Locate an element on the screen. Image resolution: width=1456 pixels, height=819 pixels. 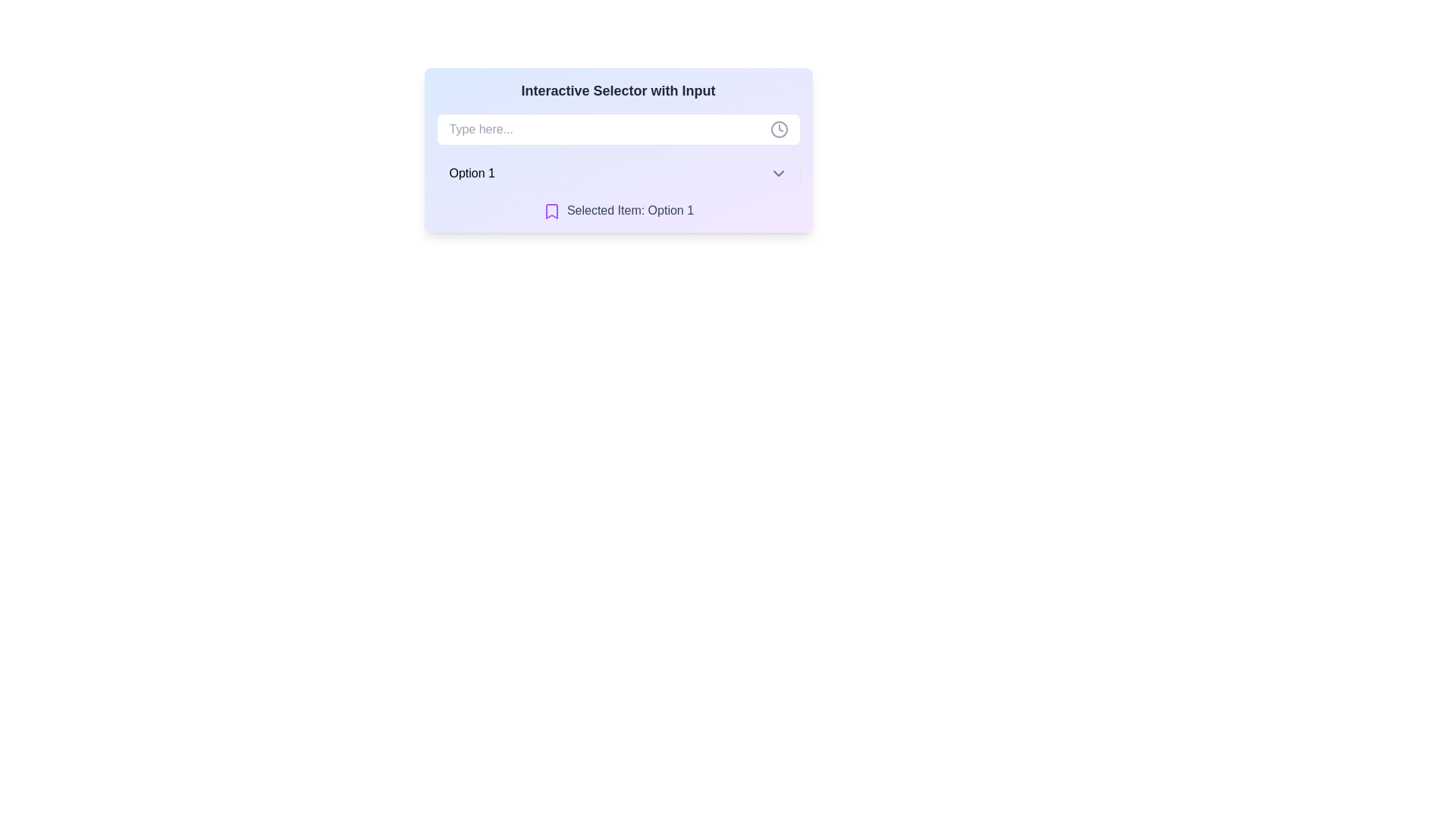
the bold, centered text displaying 'Interactive Selector with Input' located at the top-center of the panel is located at coordinates (618, 90).